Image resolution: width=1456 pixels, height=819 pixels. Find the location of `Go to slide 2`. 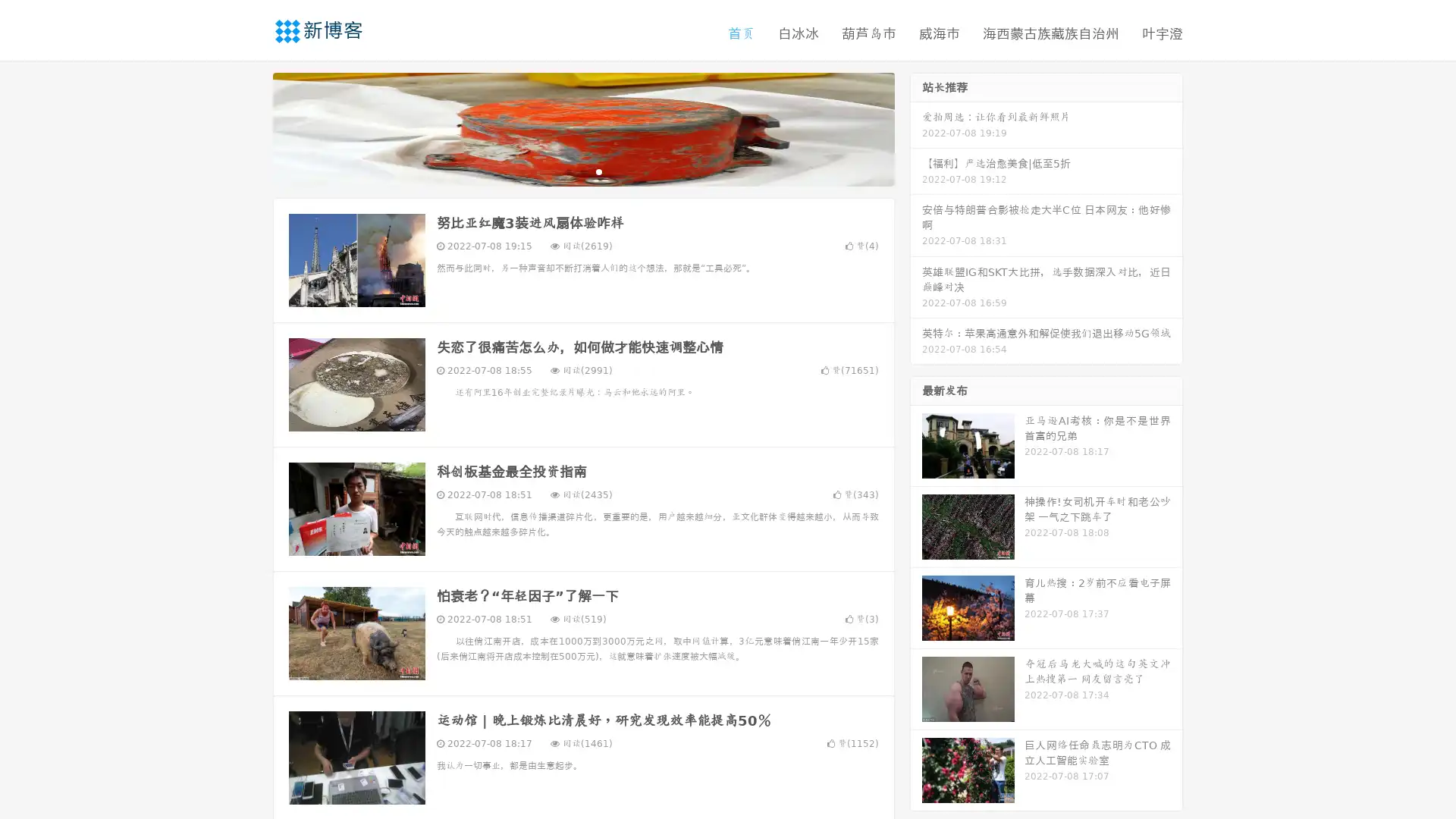

Go to slide 2 is located at coordinates (582, 171).